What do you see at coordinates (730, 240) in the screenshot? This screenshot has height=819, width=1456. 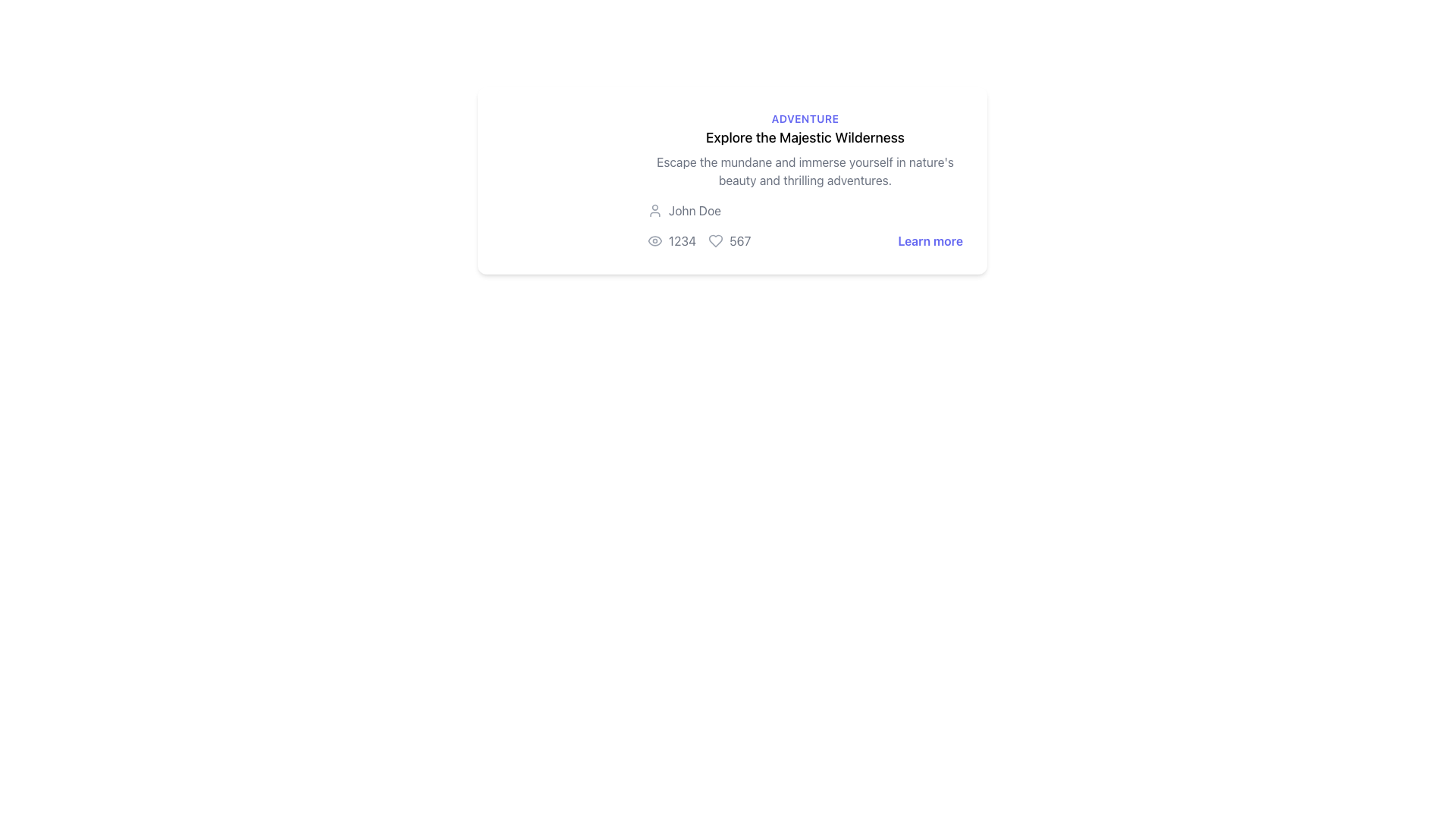 I see `the numerical text label '567' styled in gray, which is paired with a heart icon, located centrally towards the lower part of the card interface` at bounding box center [730, 240].